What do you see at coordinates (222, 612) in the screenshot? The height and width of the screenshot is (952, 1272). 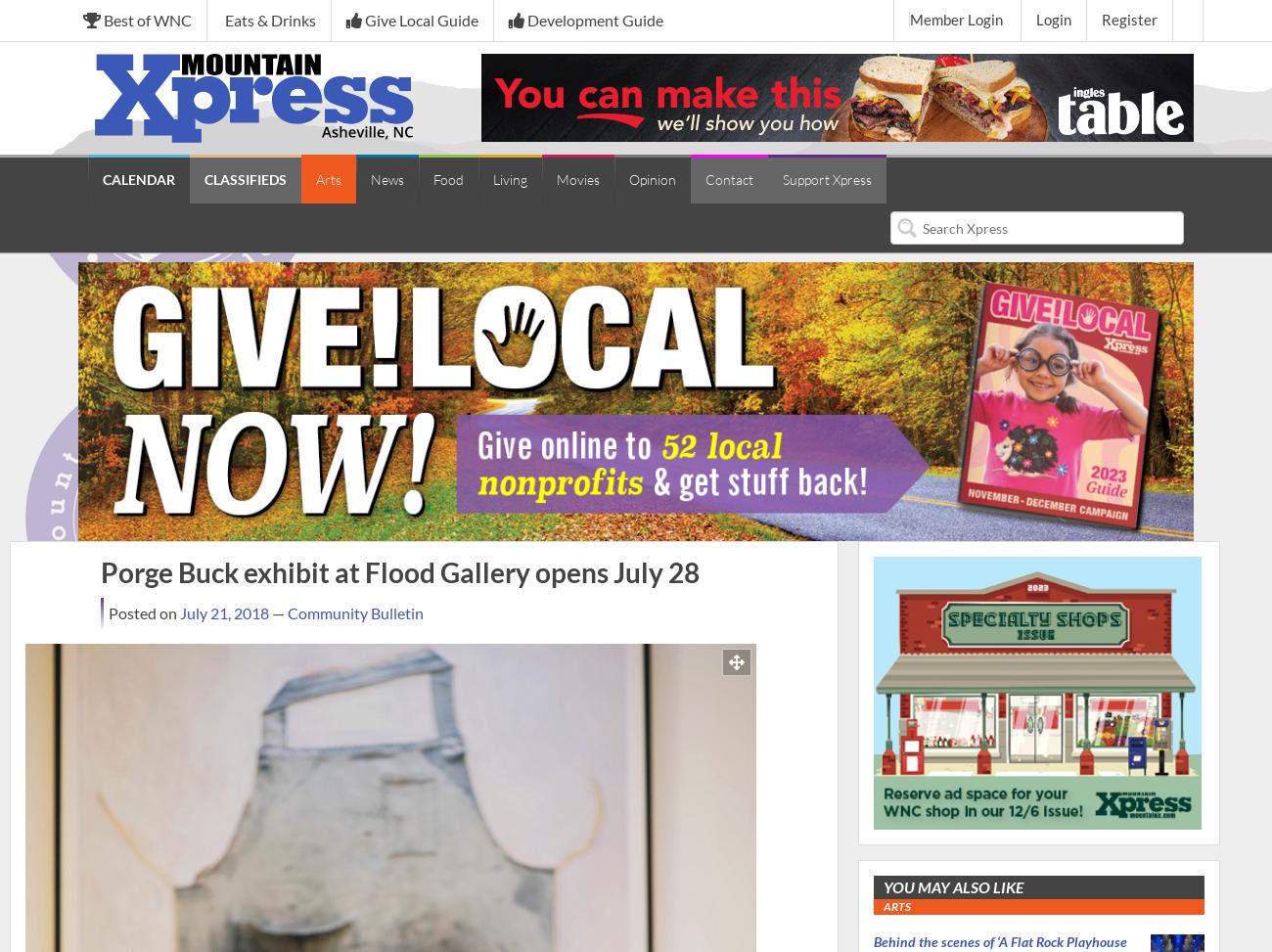 I see `'July 21, 2018'` at bounding box center [222, 612].